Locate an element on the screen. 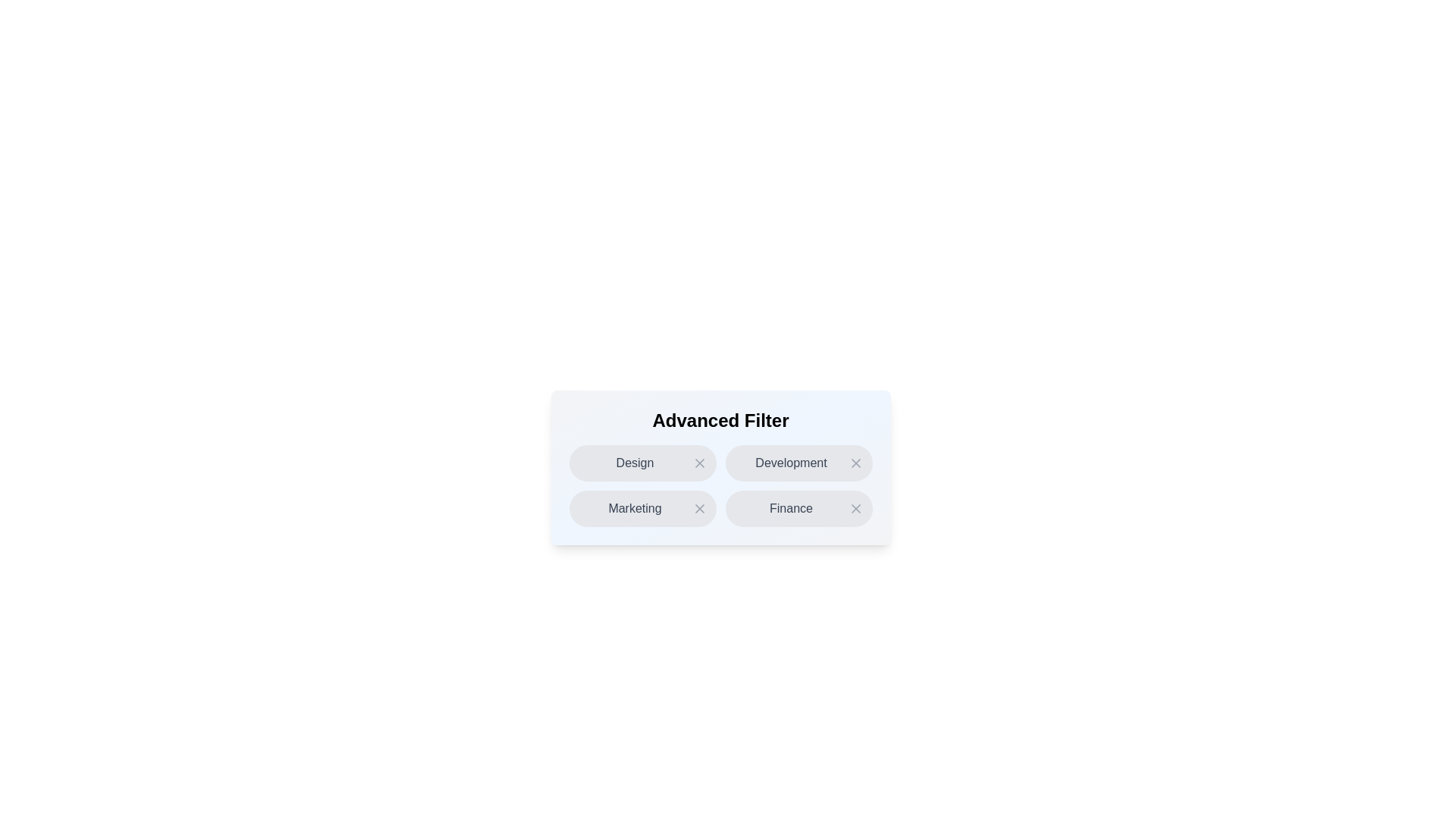  the chip labeled Finance is located at coordinates (798, 509).